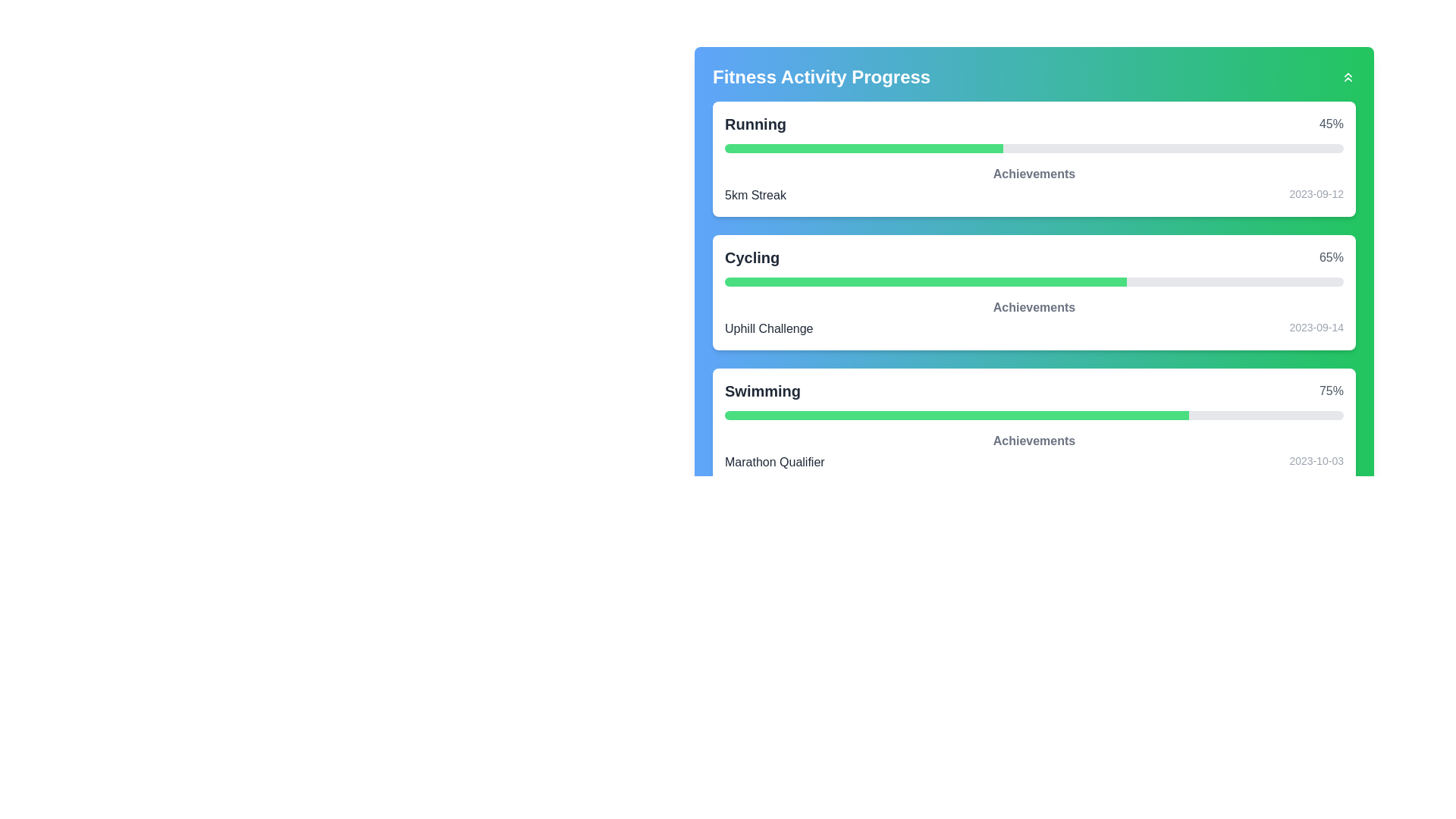  What do you see at coordinates (1033, 149) in the screenshot?
I see `the Progress bar located in the 'Running' section, which visually indicates 45% completion and follows the text 'Running 45%.'` at bounding box center [1033, 149].